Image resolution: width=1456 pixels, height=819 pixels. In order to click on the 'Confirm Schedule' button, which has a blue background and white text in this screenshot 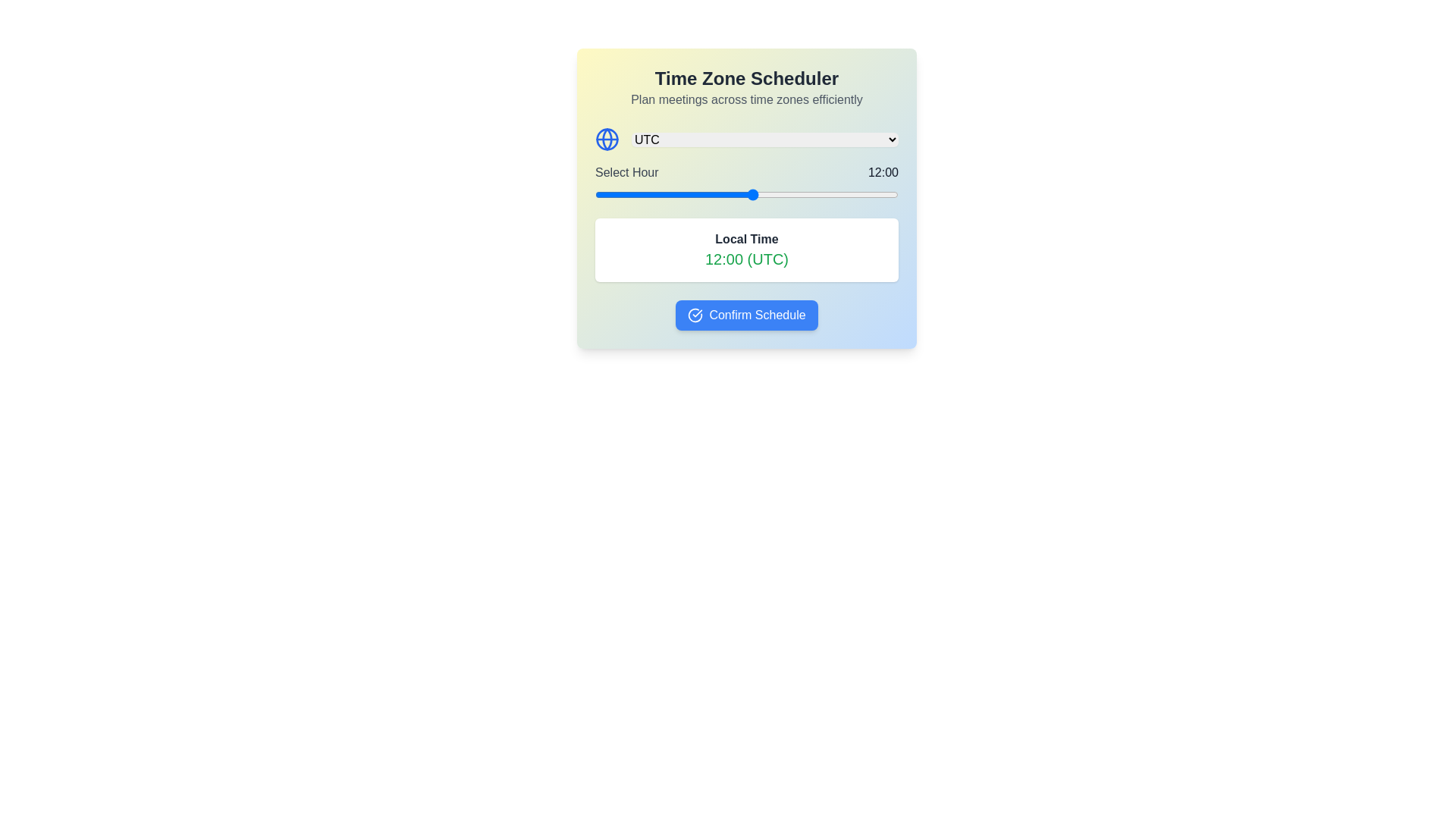, I will do `click(746, 315)`.